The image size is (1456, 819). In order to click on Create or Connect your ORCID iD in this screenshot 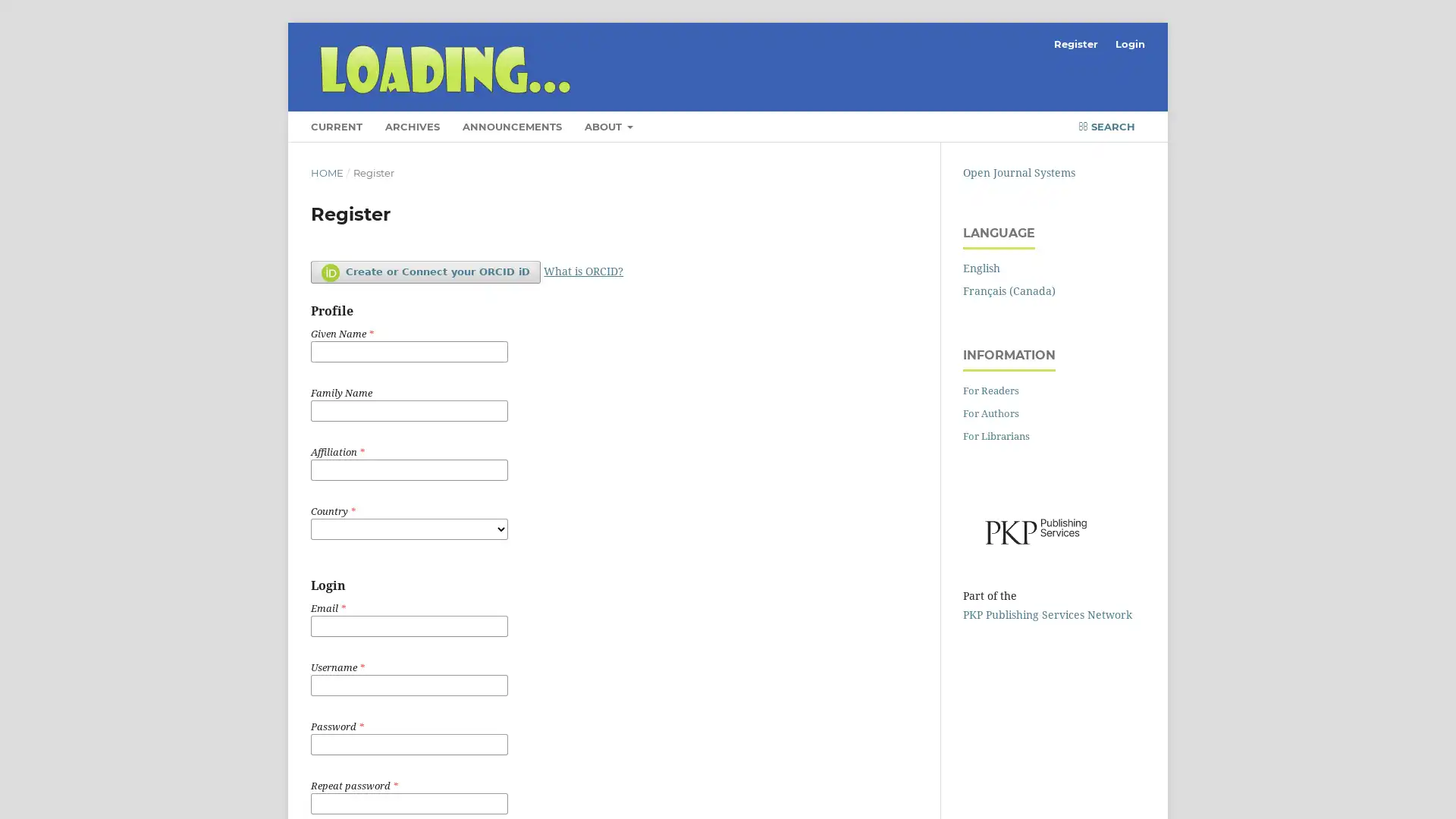, I will do `click(425, 271)`.